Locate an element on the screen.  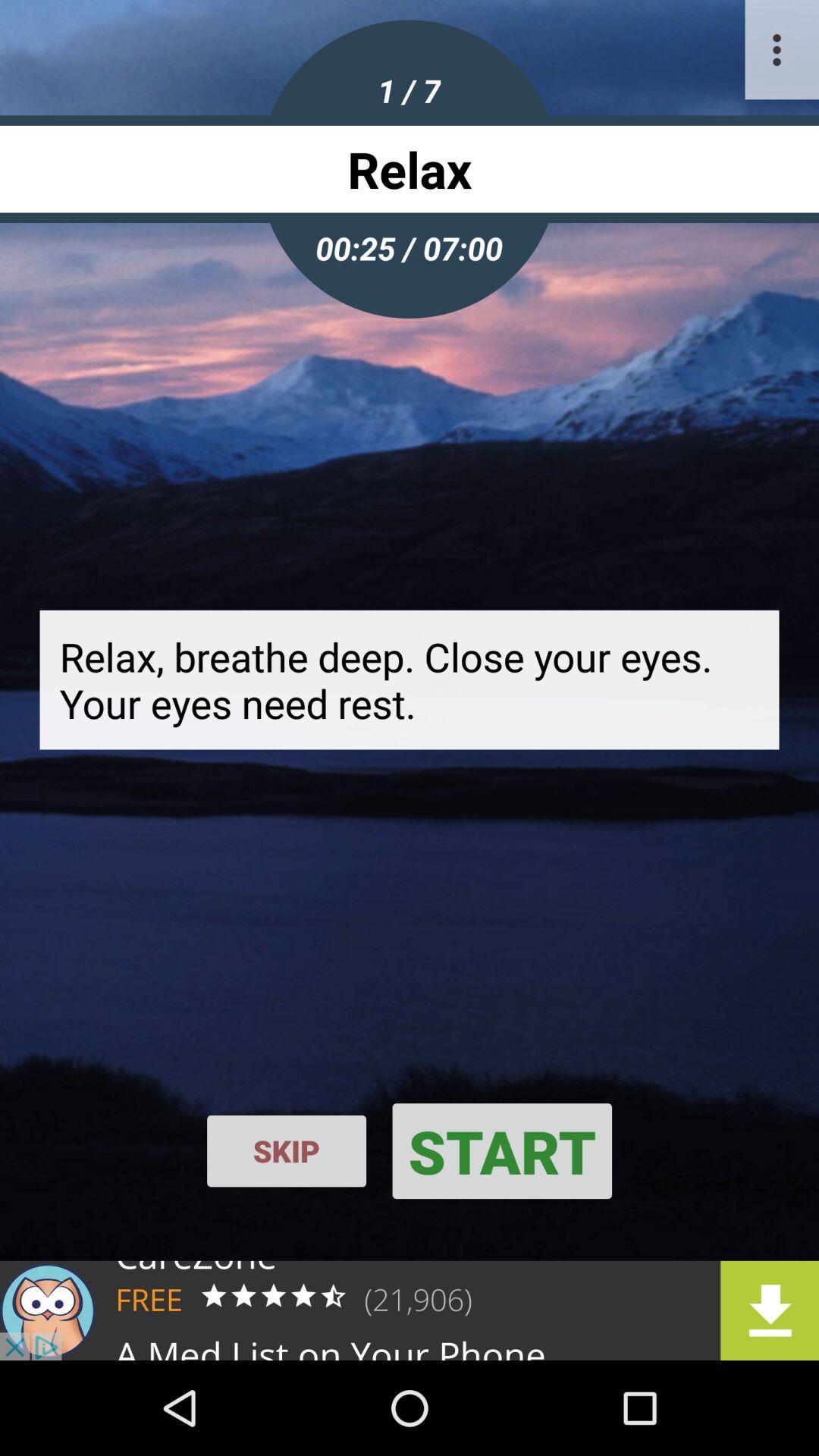
advertisement is located at coordinates (409, 1310).